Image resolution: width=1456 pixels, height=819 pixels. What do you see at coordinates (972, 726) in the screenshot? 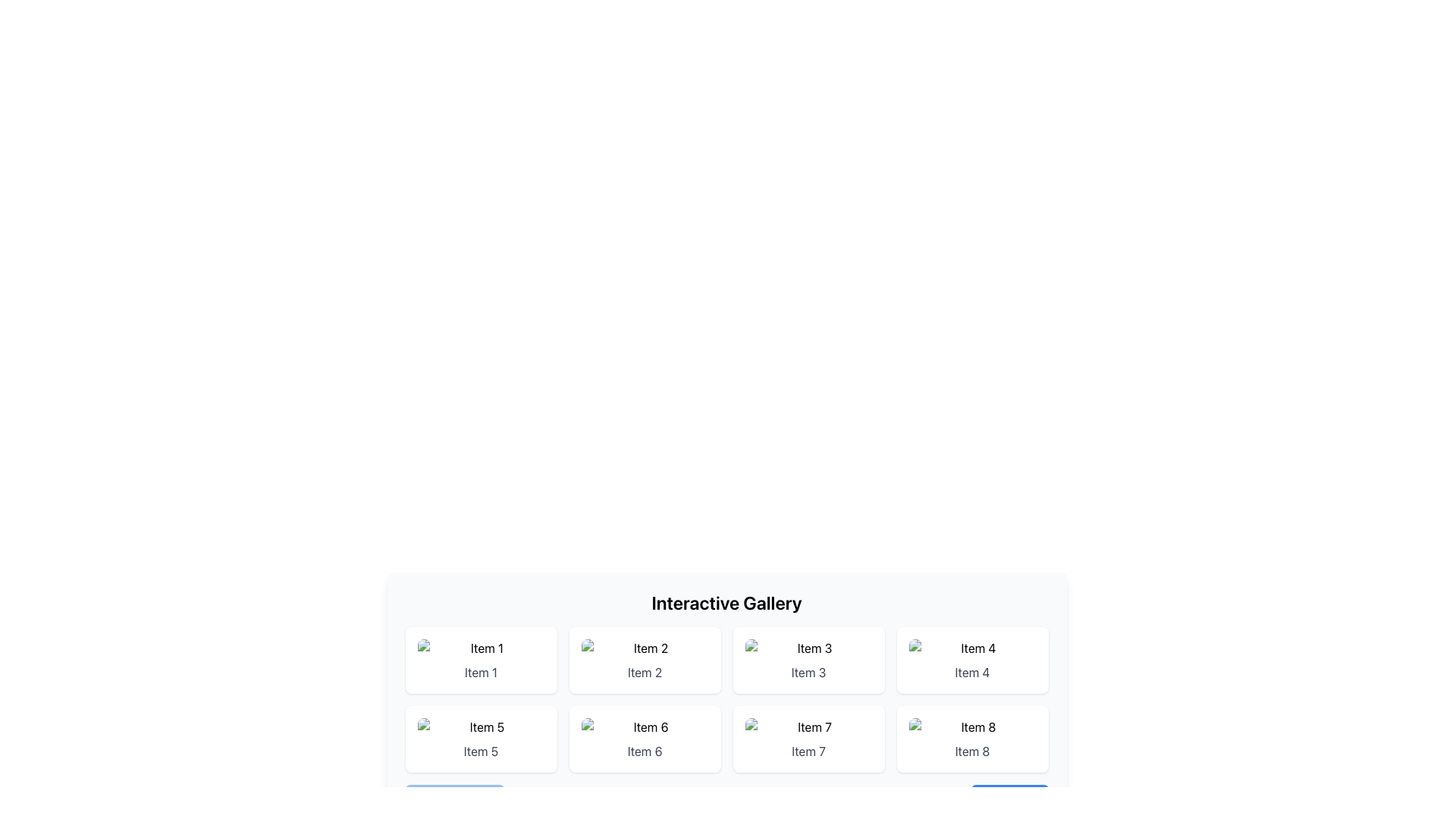
I see `the image representing 'Item 8' located in the bottom-right corner of the gallery layout` at bounding box center [972, 726].